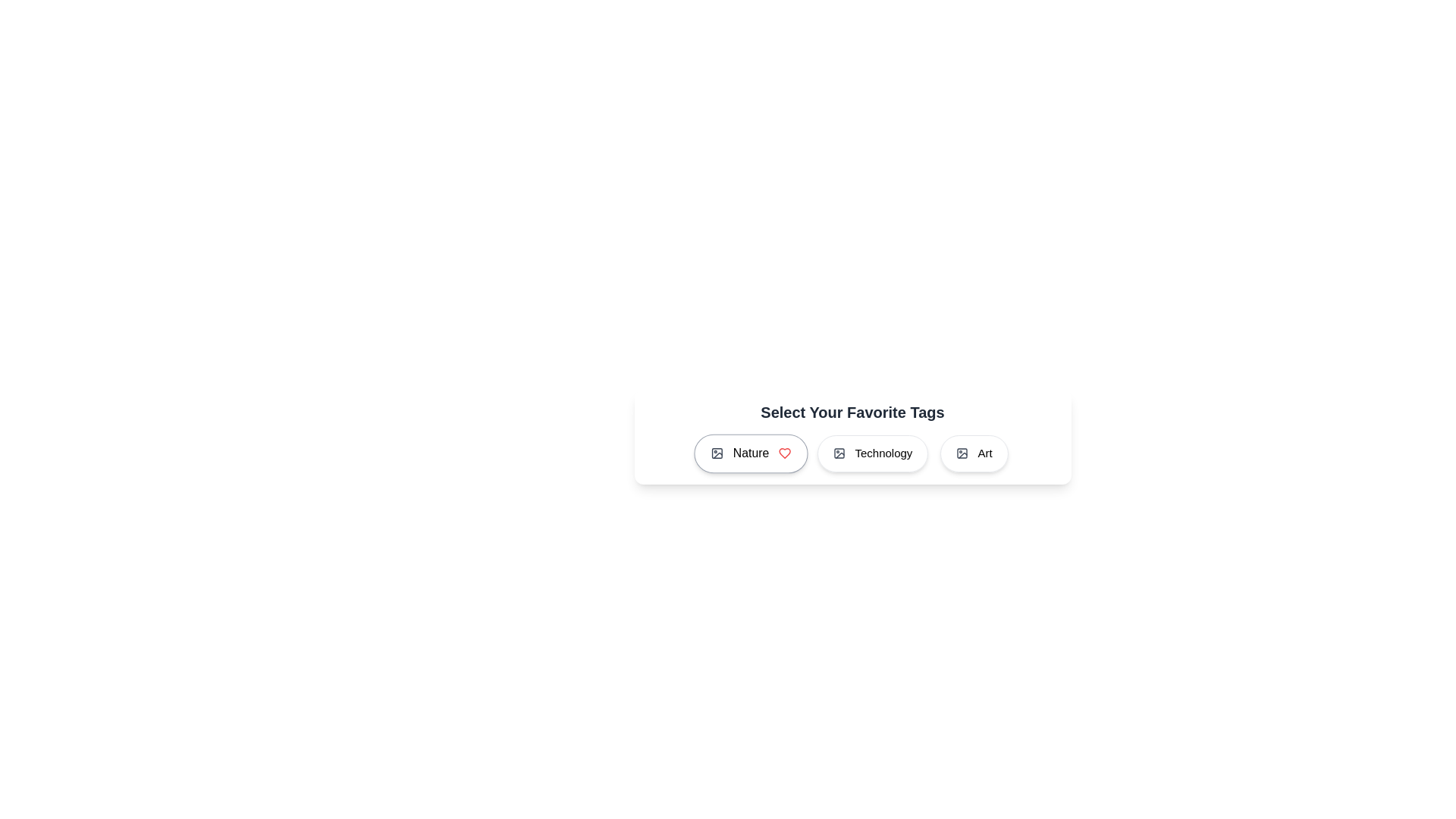 The width and height of the screenshot is (1456, 819). Describe the element at coordinates (751, 453) in the screenshot. I see `the tag Nature` at that location.